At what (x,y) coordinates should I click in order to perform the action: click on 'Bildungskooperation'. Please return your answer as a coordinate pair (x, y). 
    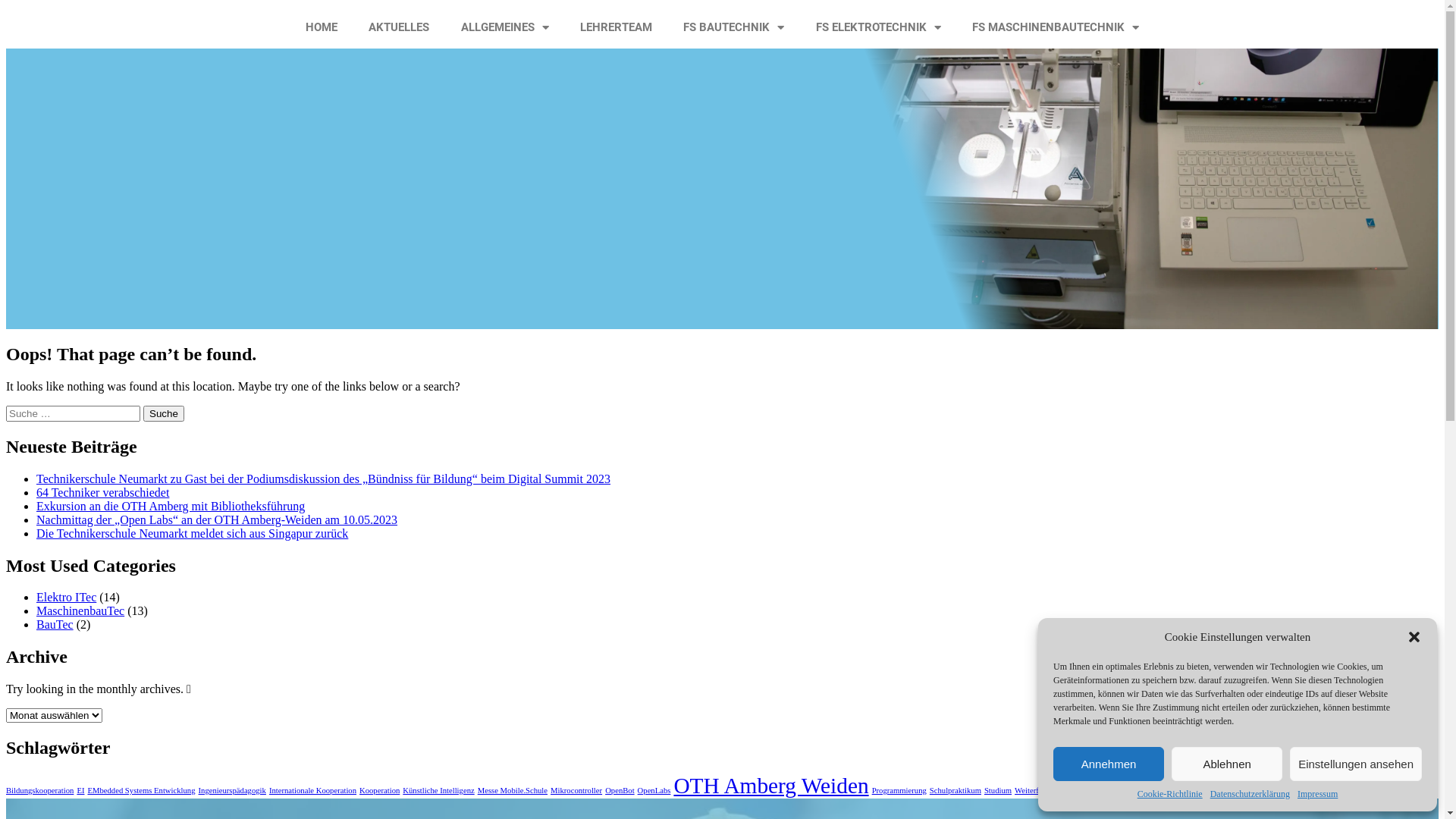
    Looking at the image, I should click on (39, 789).